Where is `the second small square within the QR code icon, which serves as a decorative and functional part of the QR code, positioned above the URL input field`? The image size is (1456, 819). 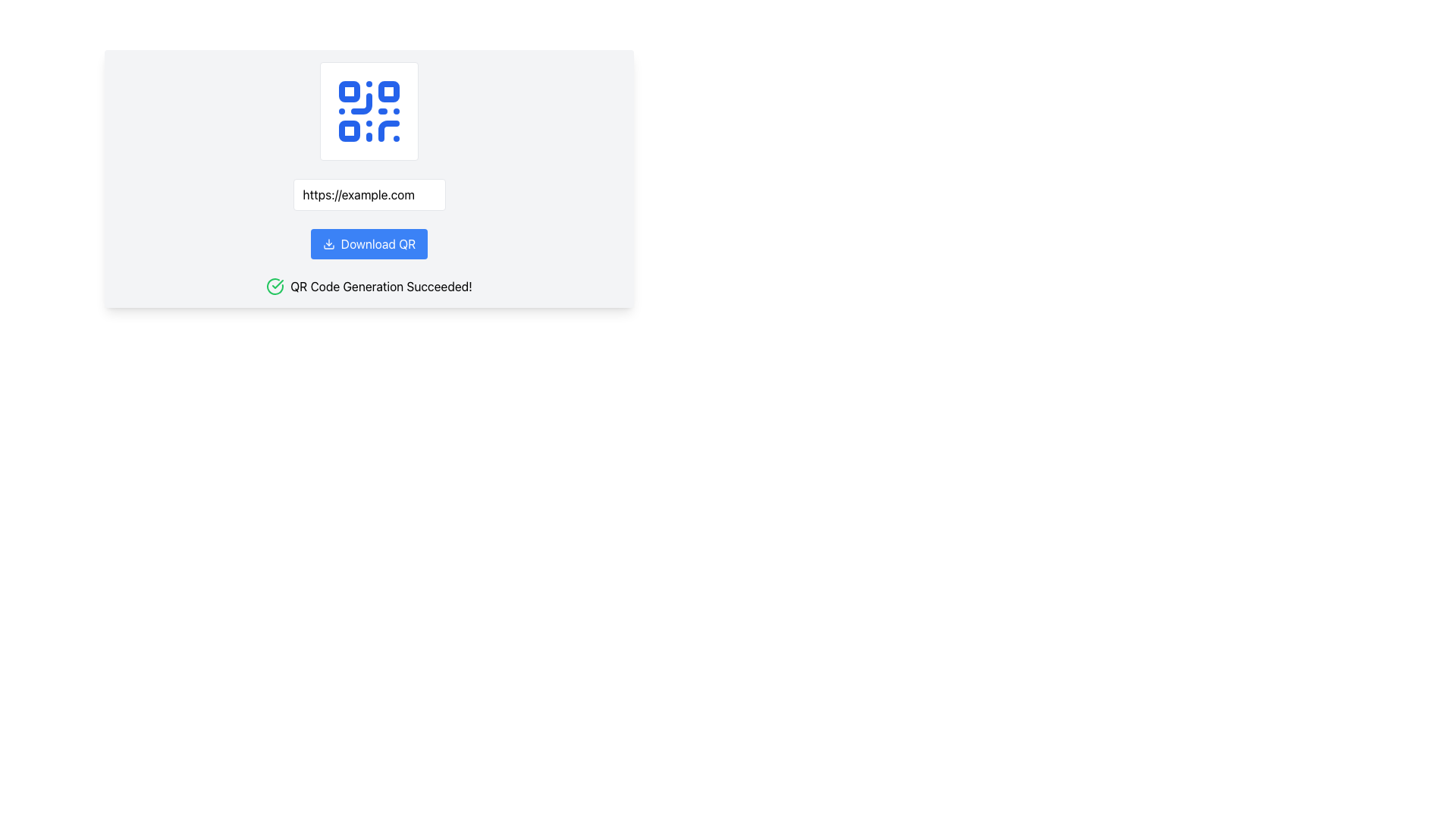 the second small square within the QR code icon, which serves as a decorative and functional part of the QR code, positioned above the URL input field is located at coordinates (389, 91).